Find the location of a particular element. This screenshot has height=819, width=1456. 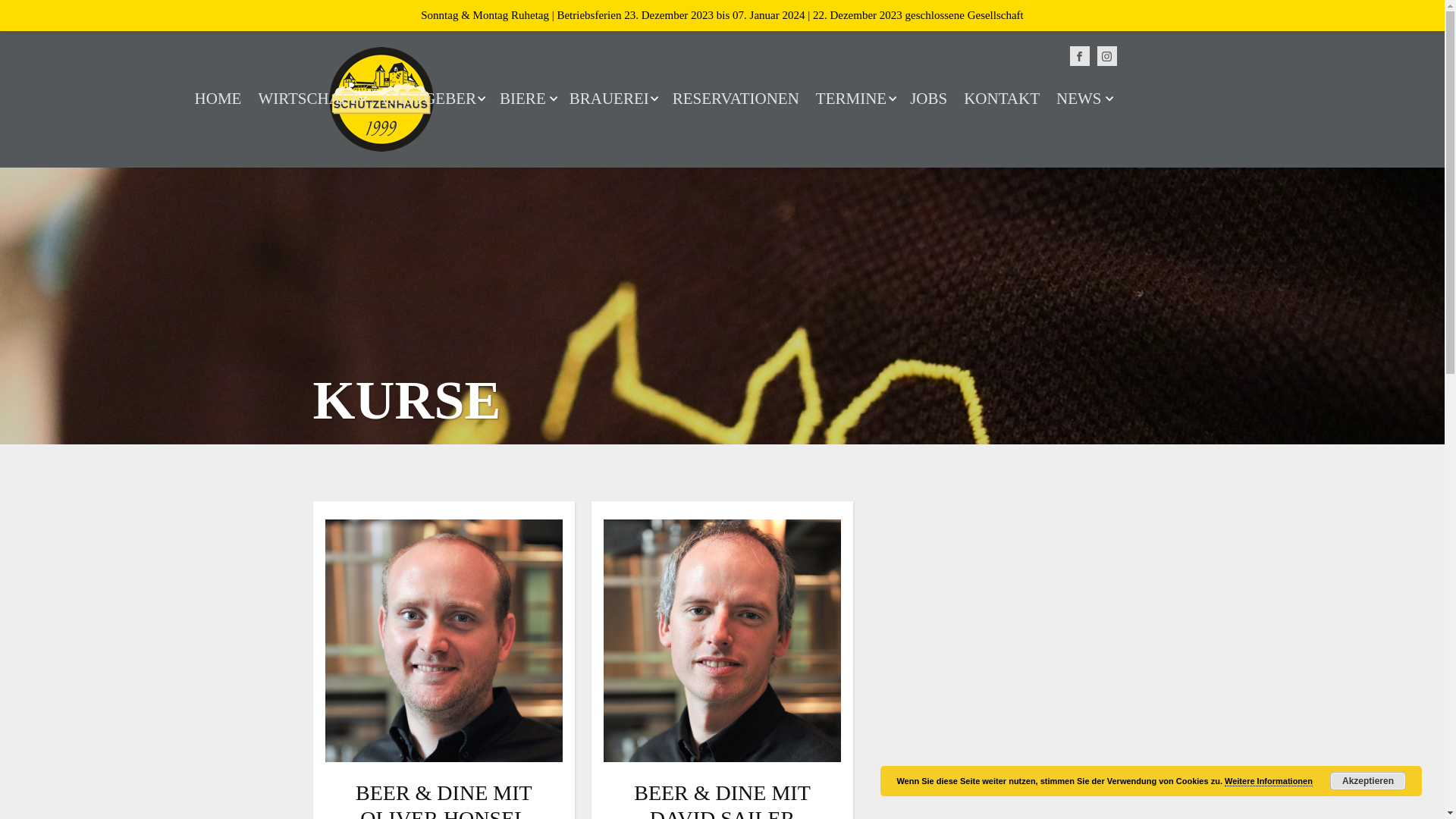

'BIERE' is located at coordinates (491, 99).